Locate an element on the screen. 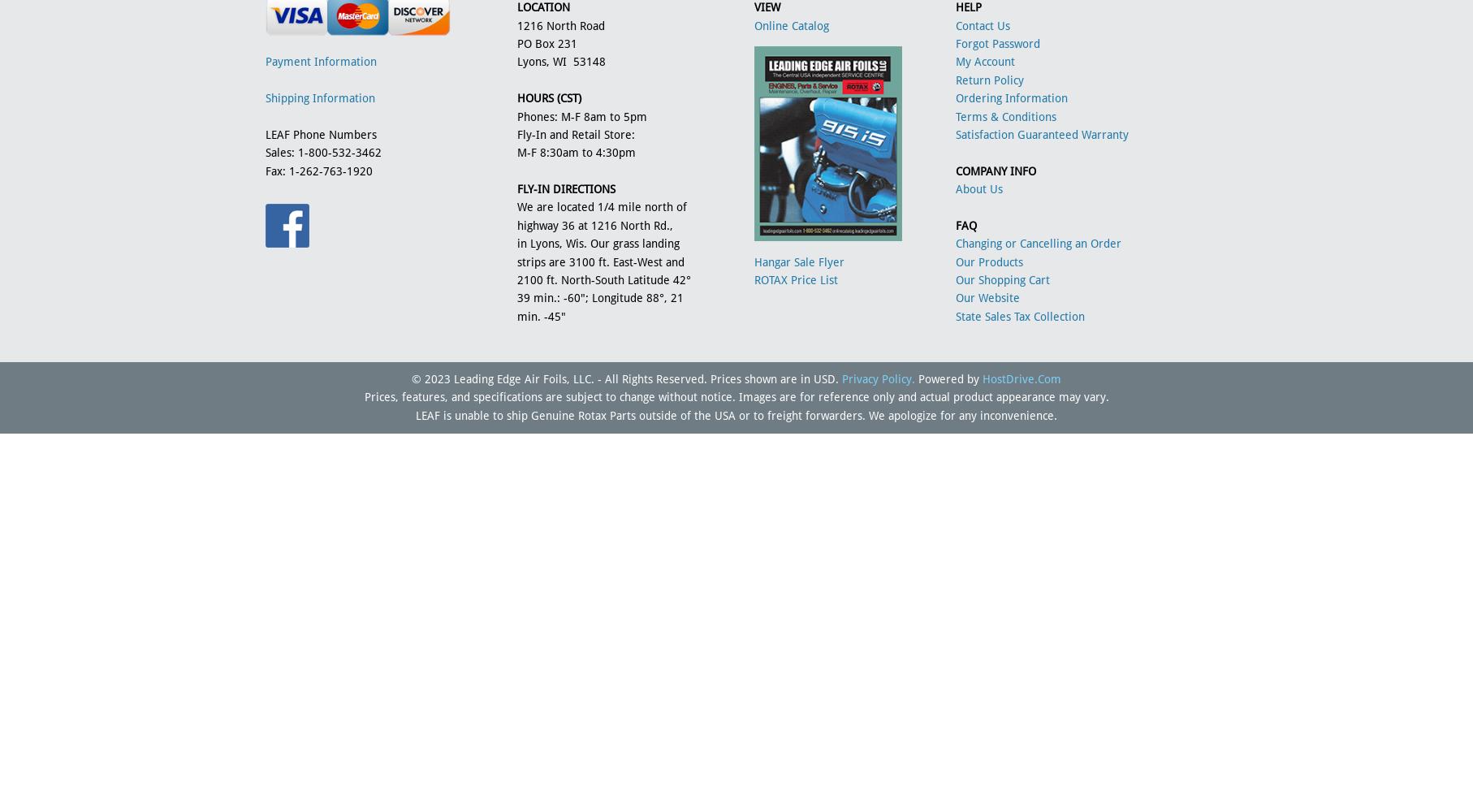  'Our Products' is located at coordinates (989, 261).